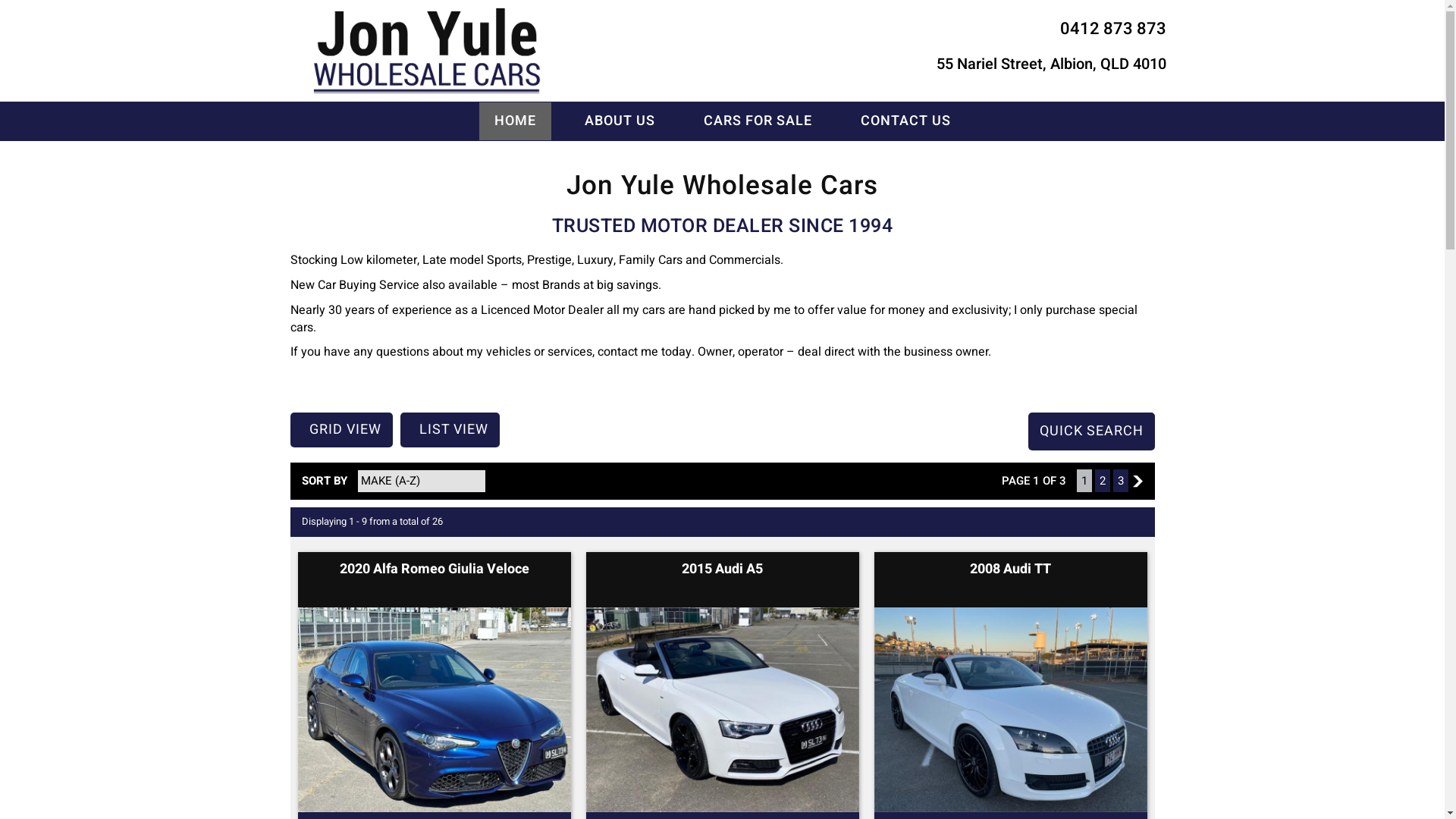  Describe the element at coordinates (758, 120) in the screenshot. I see `'CARS FOR SALE'` at that location.